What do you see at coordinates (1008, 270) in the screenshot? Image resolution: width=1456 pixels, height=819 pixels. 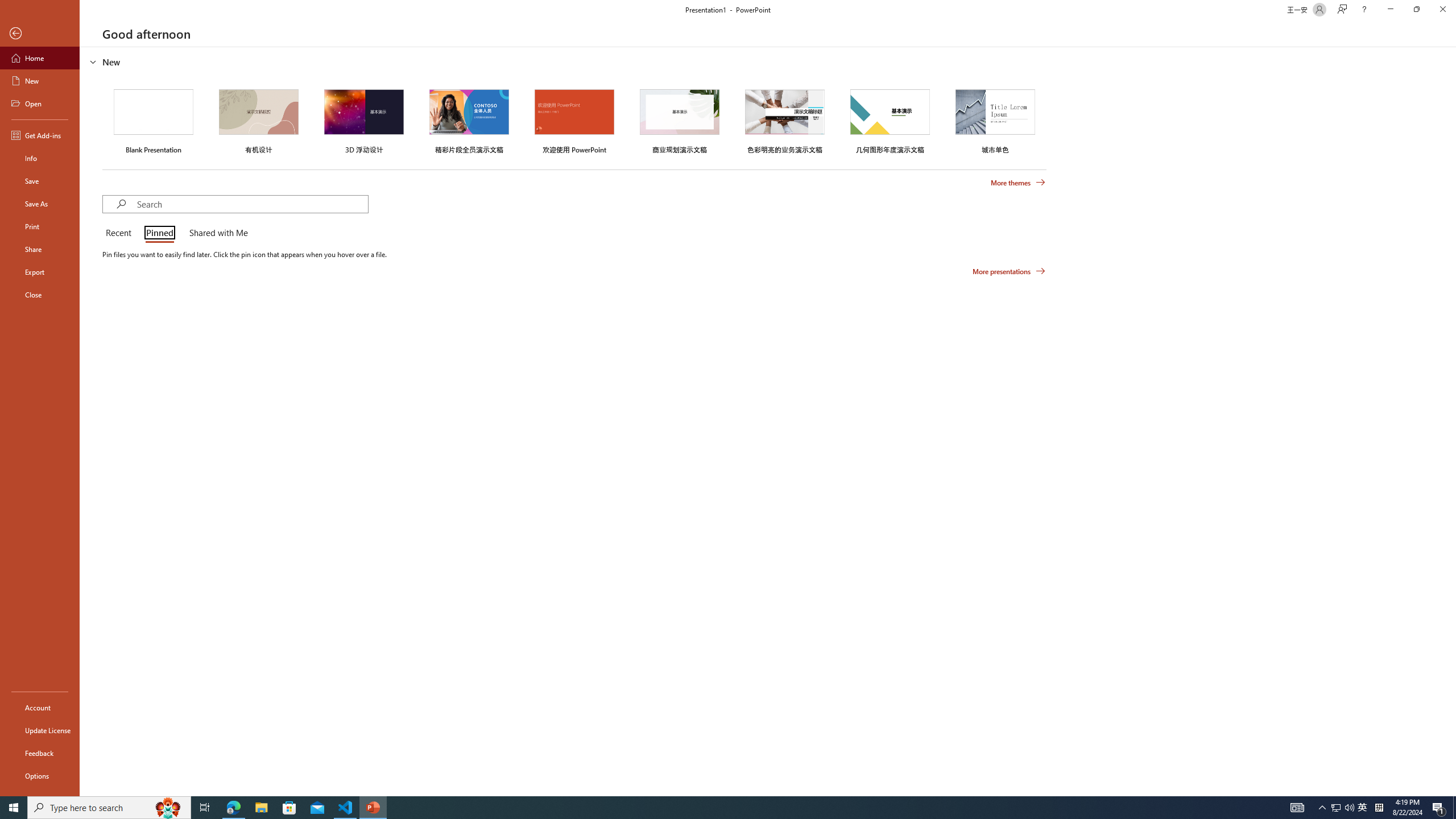 I see `'More presentations'` at bounding box center [1008, 270].